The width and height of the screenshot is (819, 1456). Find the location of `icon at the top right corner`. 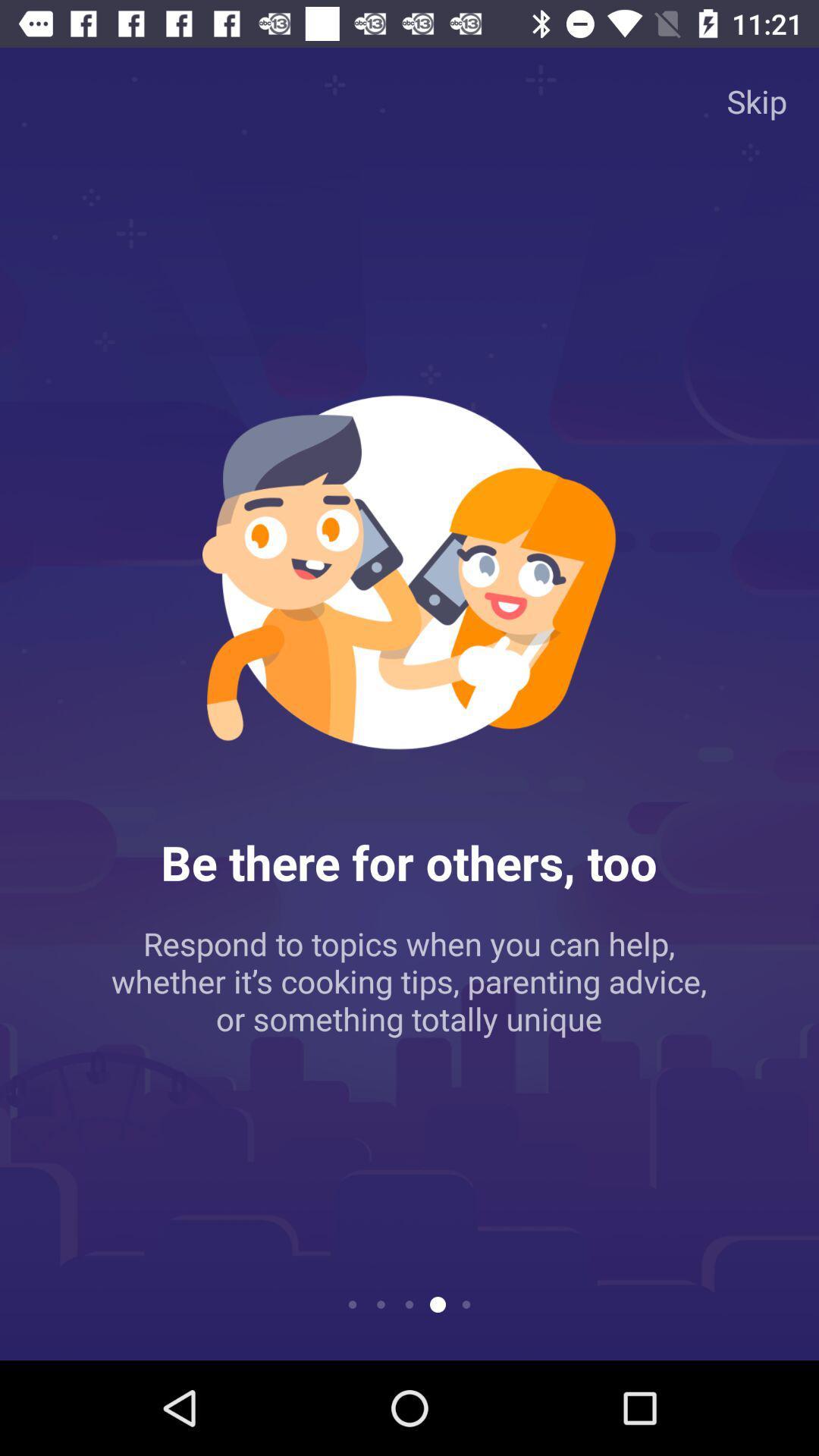

icon at the top right corner is located at coordinates (757, 100).